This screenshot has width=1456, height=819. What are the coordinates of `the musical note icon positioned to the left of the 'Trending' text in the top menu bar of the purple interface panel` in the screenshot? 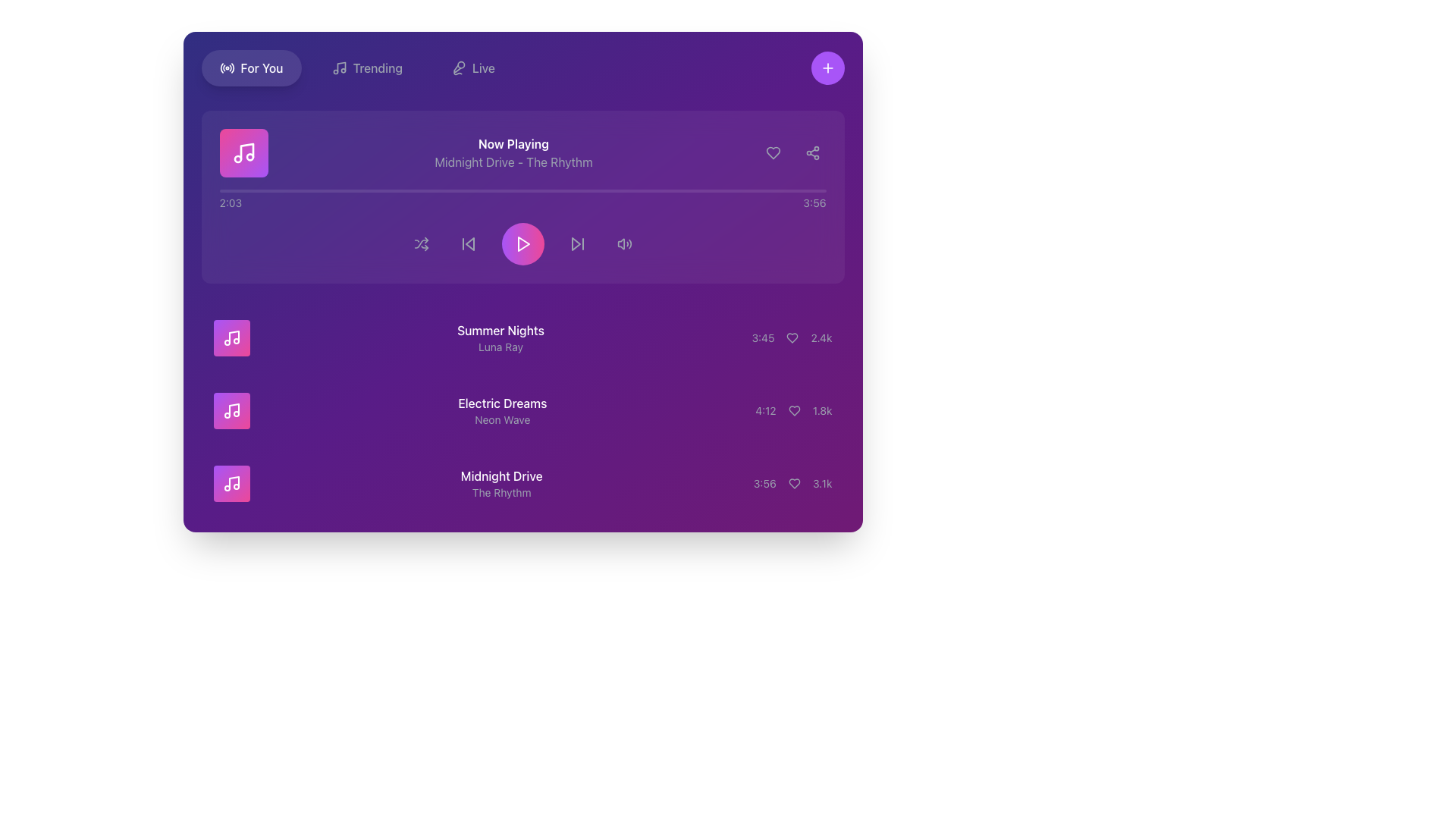 It's located at (338, 67).